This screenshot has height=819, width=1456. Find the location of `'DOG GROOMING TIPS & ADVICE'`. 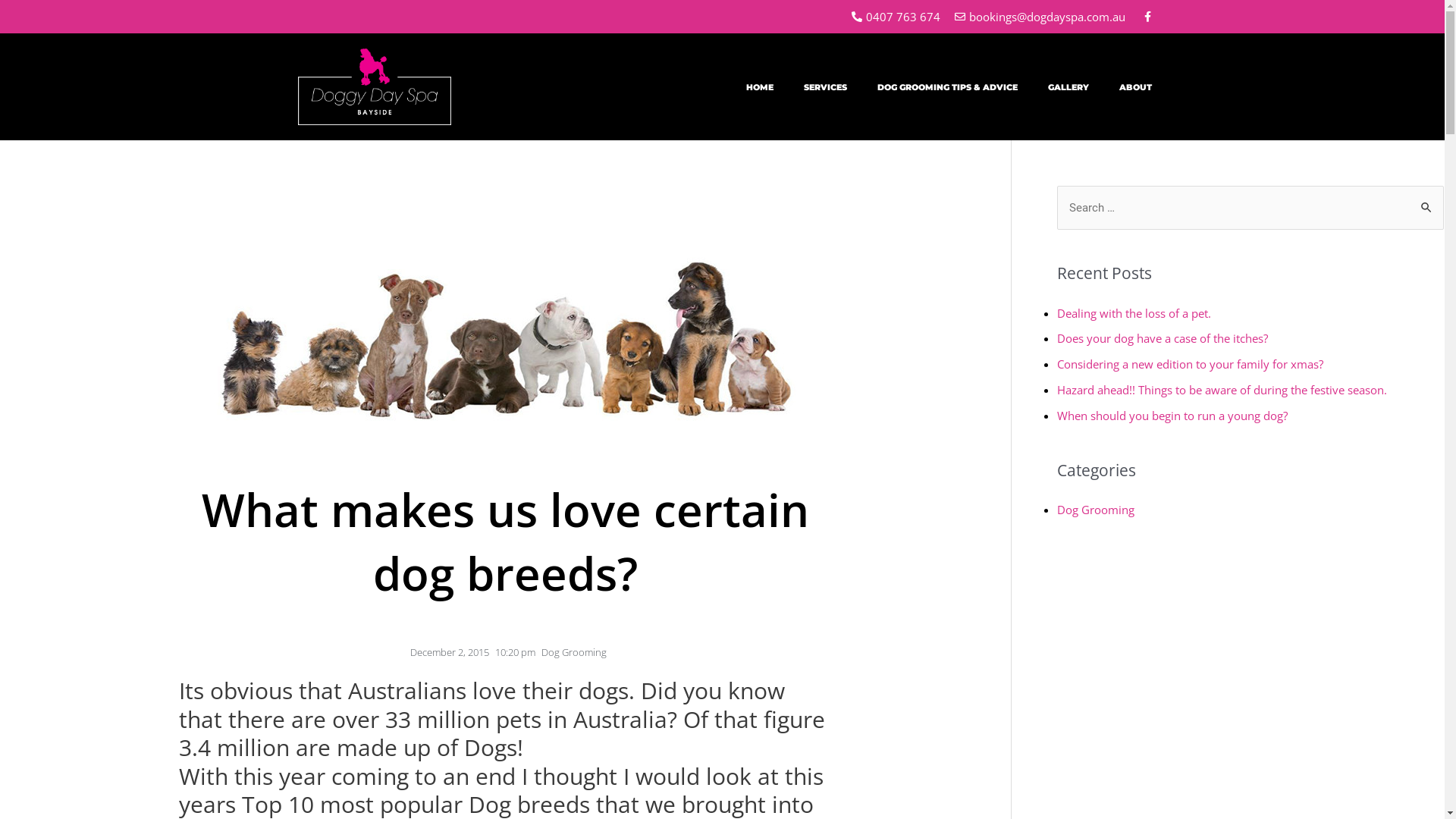

'DOG GROOMING TIPS & ADVICE' is located at coordinates (946, 87).